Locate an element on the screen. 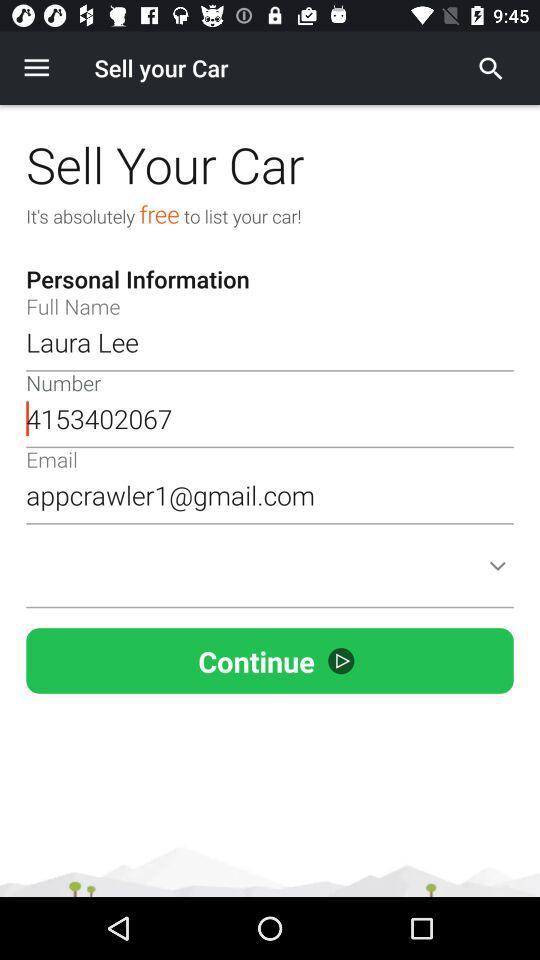 The image size is (540, 960). personal information combo is located at coordinates (270, 578).